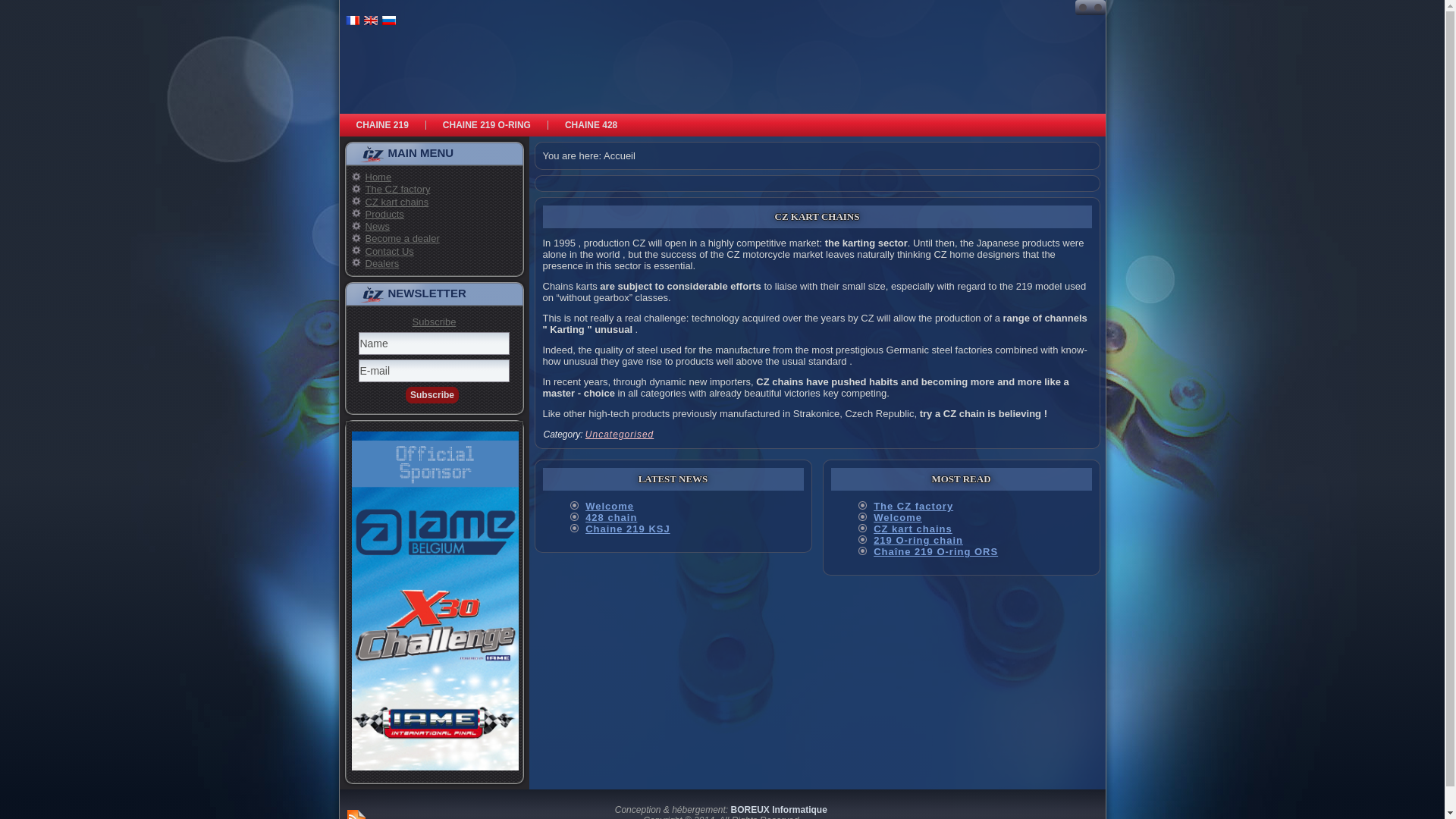 The width and height of the screenshot is (1456, 819). I want to click on 'Contact Us', so click(365, 250).